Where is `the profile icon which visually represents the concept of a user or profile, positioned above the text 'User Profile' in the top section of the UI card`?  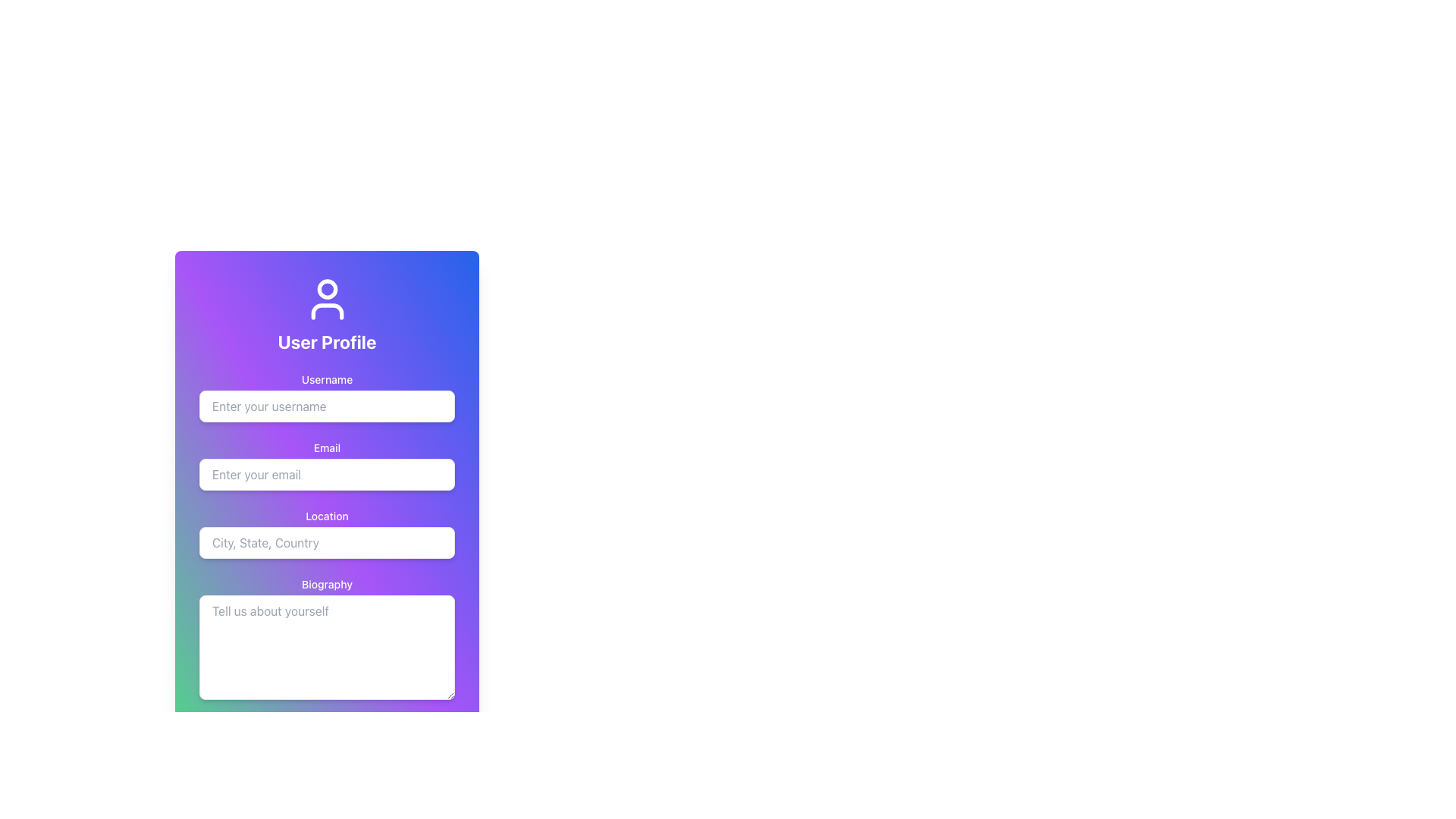
the profile icon which visually represents the concept of a user or profile, positioned above the text 'User Profile' in the top section of the UI card is located at coordinates (326, 299).